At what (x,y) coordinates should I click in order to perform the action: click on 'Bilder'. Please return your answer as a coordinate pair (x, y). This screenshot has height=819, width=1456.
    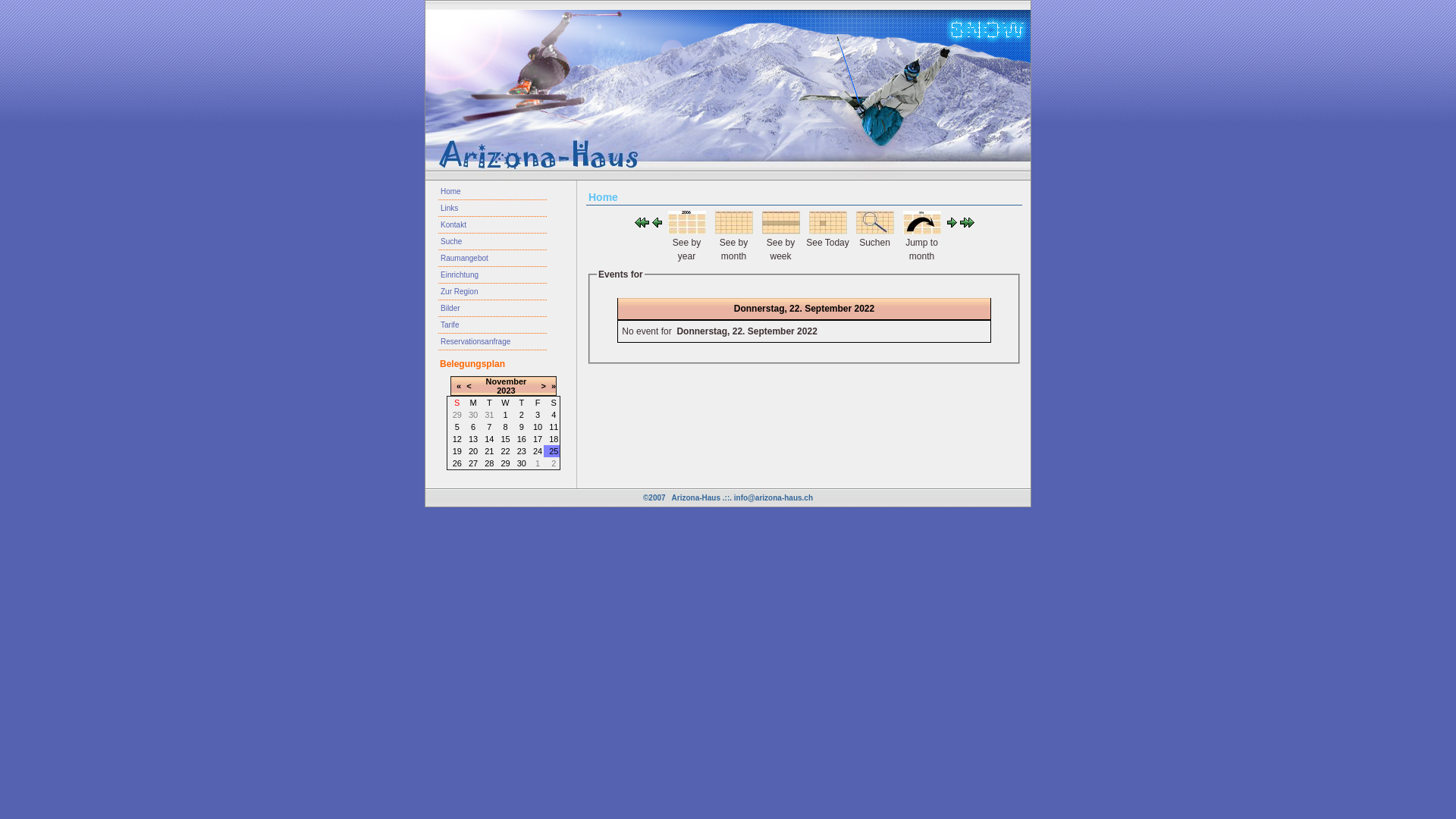
    Looking at the image, I should click on (492, 308).